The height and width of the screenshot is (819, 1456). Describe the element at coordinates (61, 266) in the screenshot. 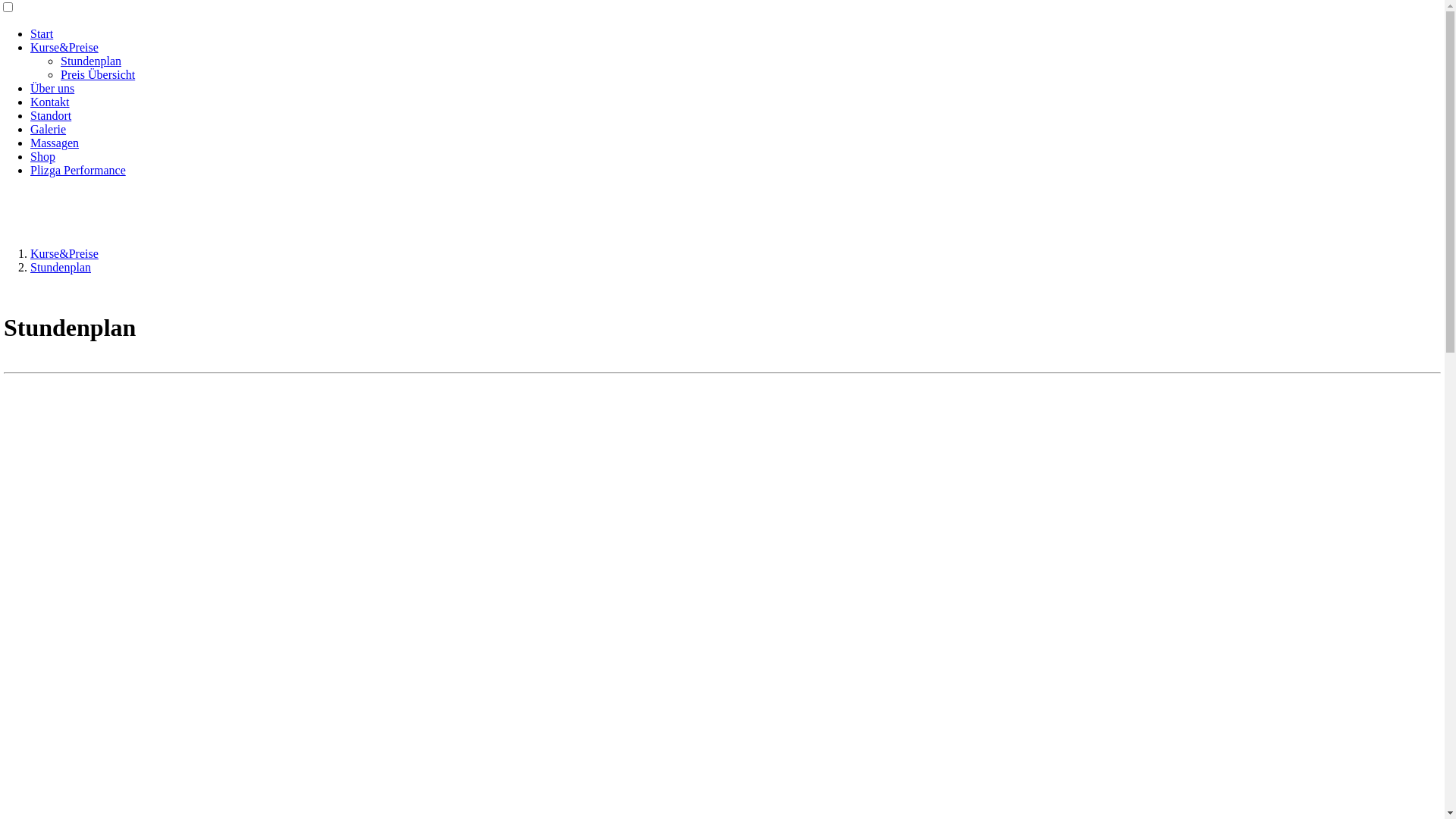

I see `'Stundenplan'` at that location.